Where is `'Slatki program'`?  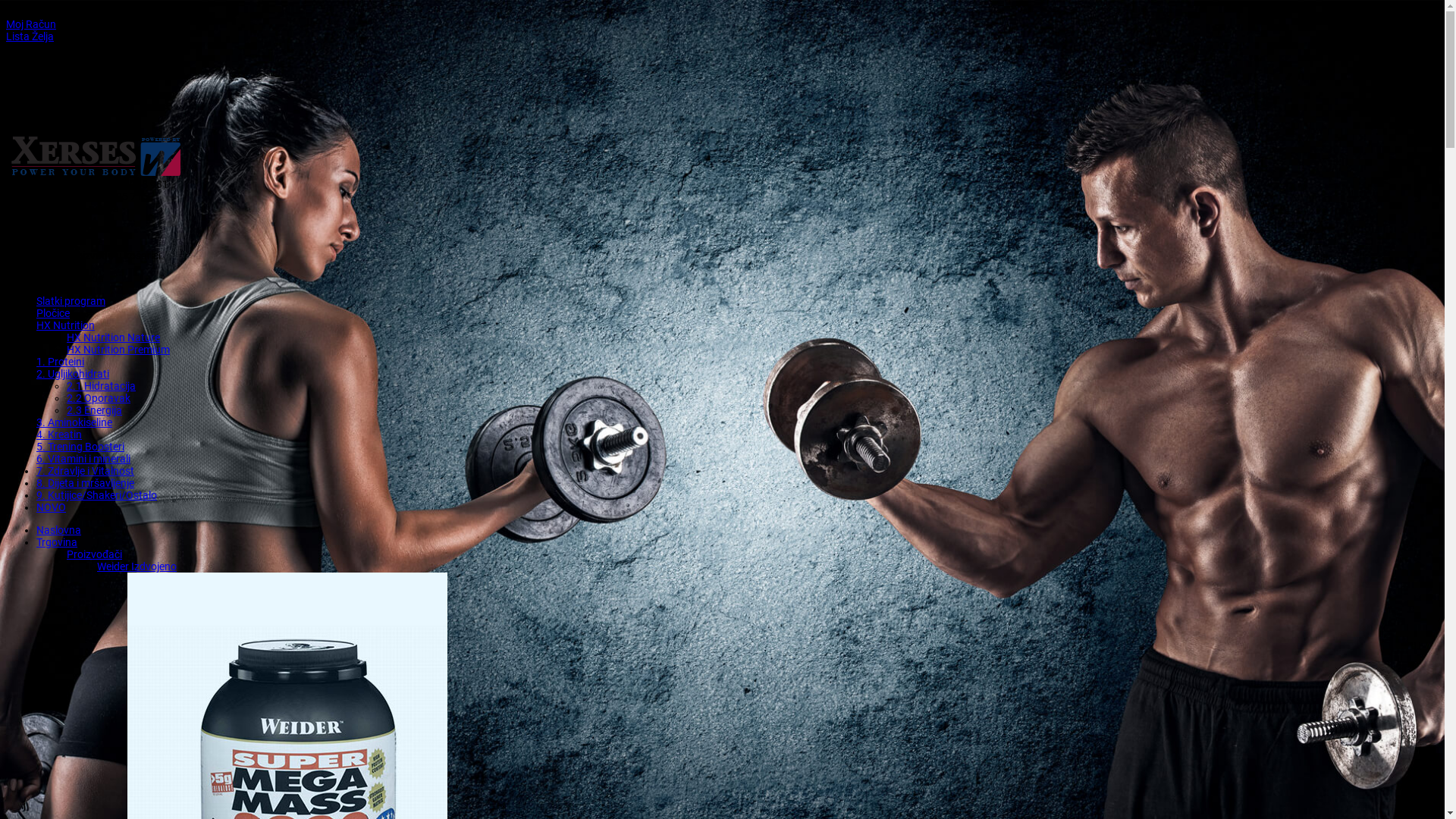 'Slatki program' is located at coordinates (36, 301).